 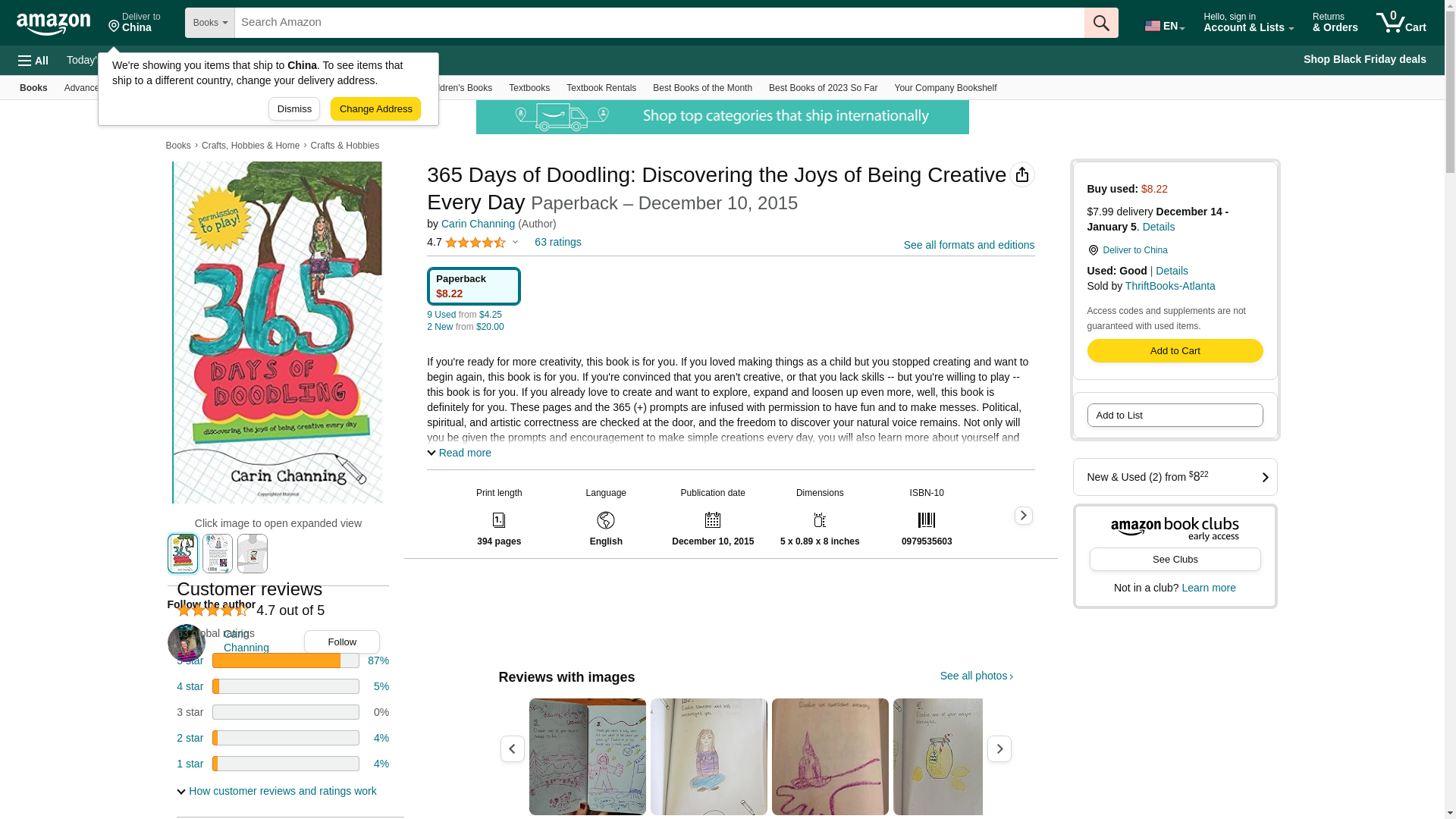 What do you see at coordinates (1401, 23) in the screenshot?
I see `'0` at bounding box center [1401, 23].